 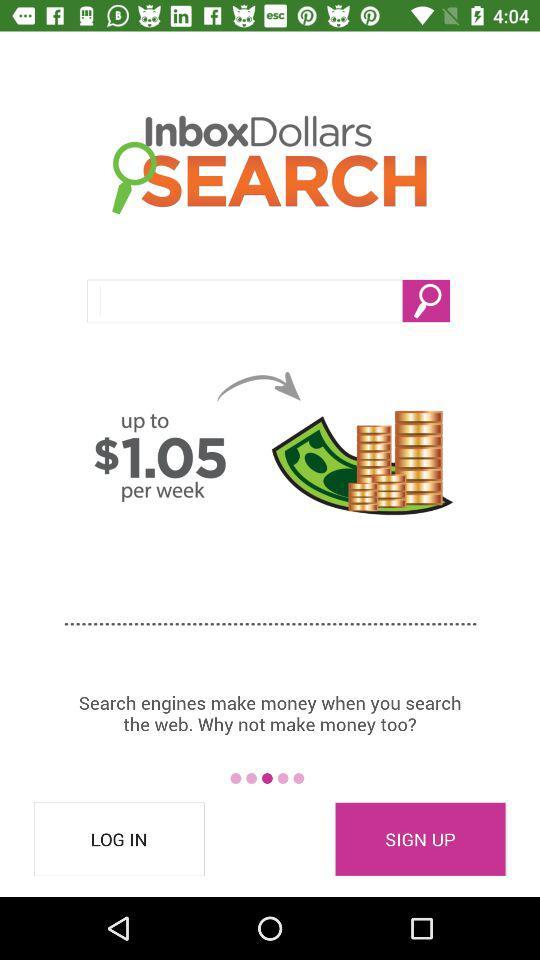 I want to click on the icon next to log in icon, so click(x=419, y=839).